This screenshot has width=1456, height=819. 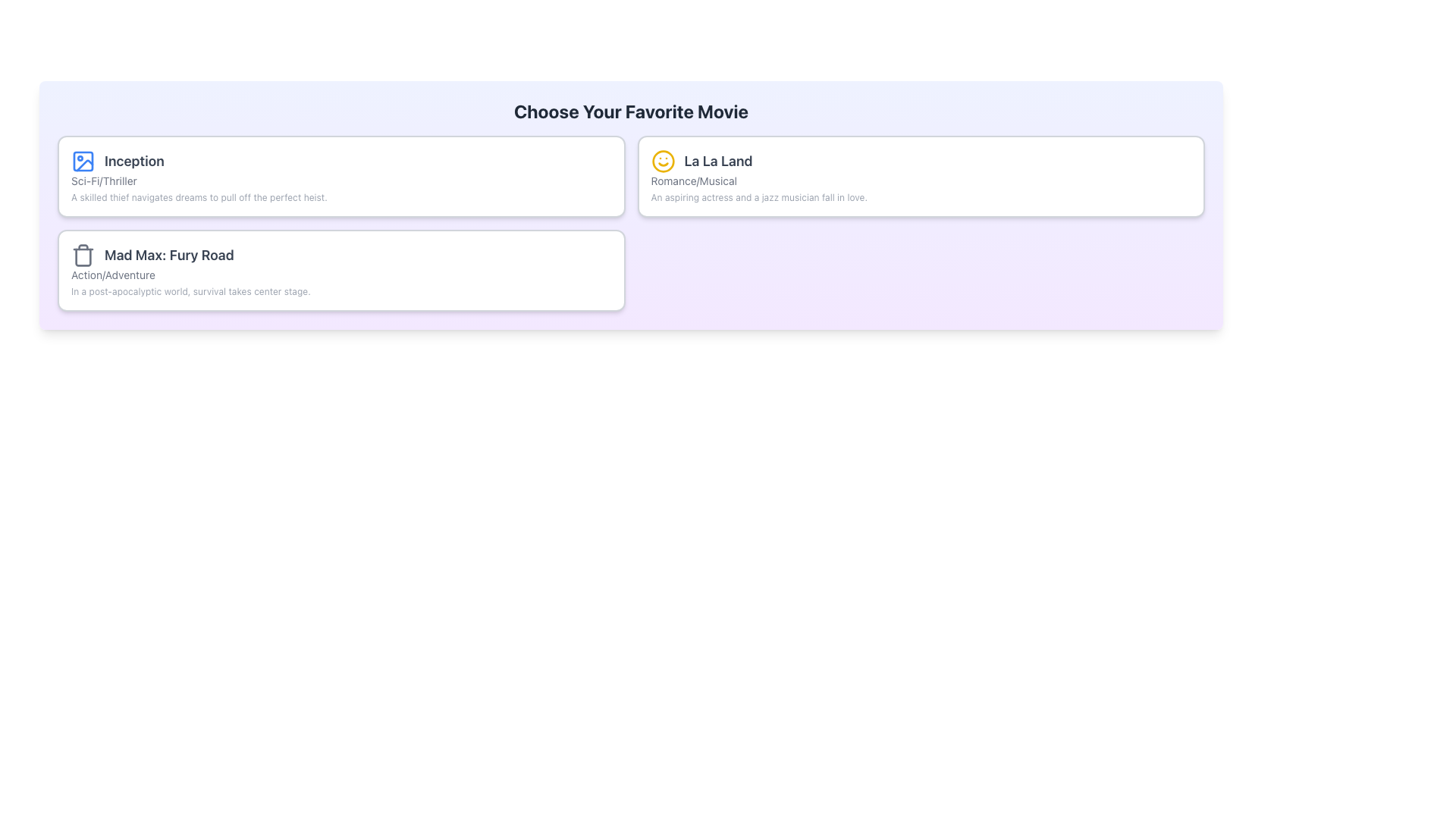 What do you see at coordinates (112, 275) in the screenshot?
I see `text label indicating the genre of the movie located directly beneath the title 'Mad Max: Fury Road' in the third card` at bounding box center [112, 275].